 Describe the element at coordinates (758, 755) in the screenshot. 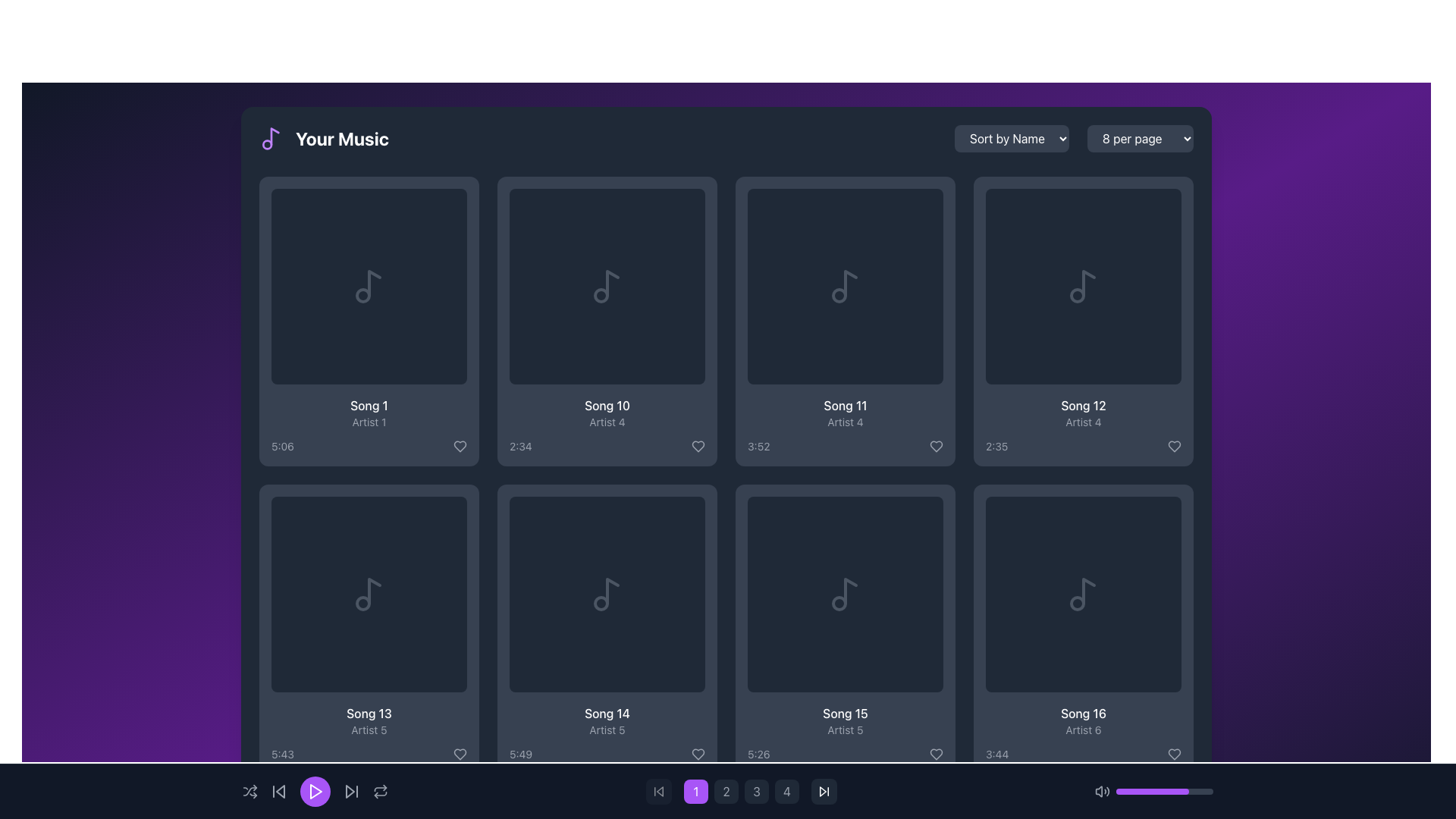

I see `the numeric time indicator displaying '5:26' located in the bottom-right corner of the album item for 'Song 15'` at that location.